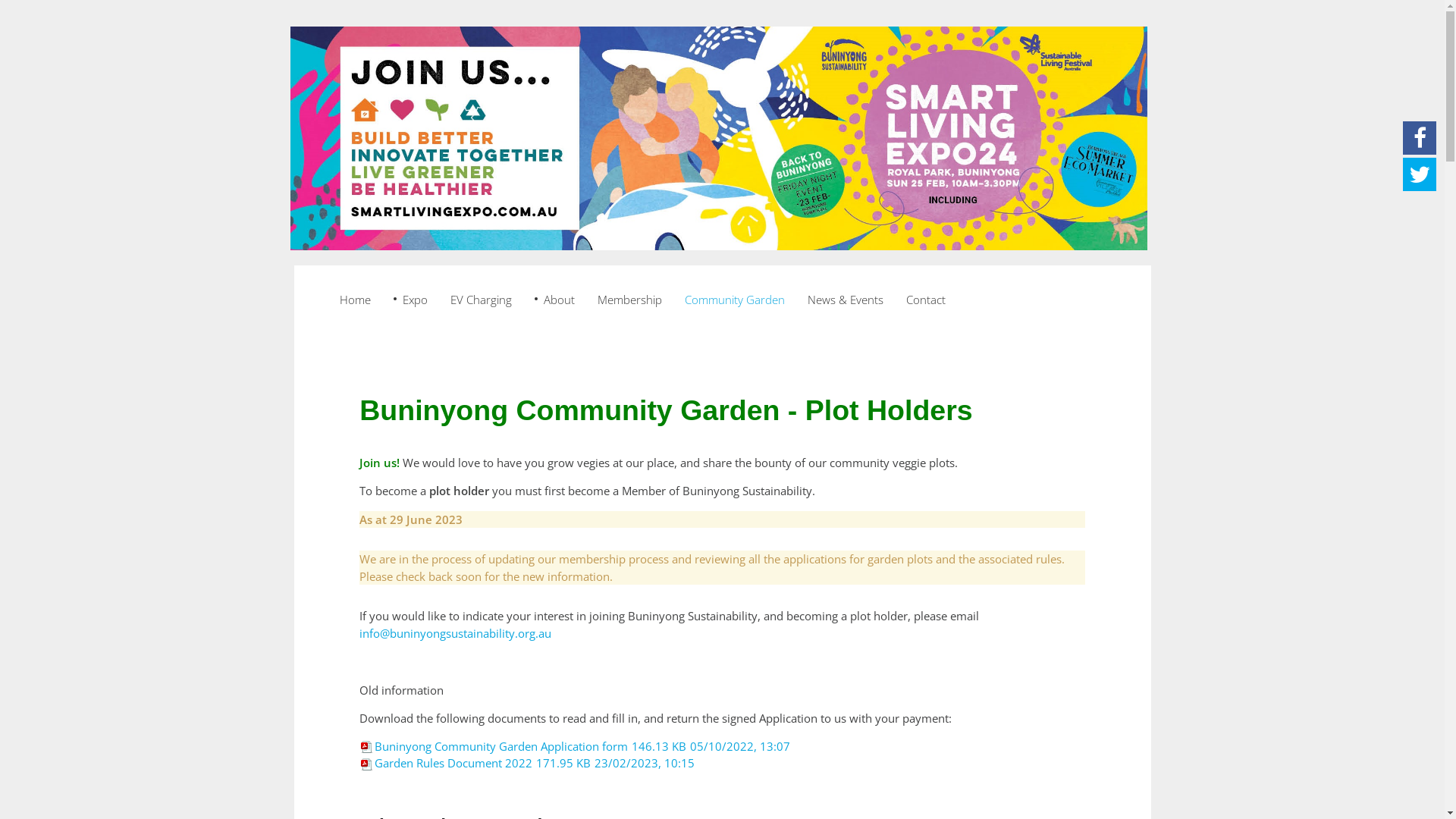 The image size is (1456, 819). I want to click on 'Home', so click(354, 299).